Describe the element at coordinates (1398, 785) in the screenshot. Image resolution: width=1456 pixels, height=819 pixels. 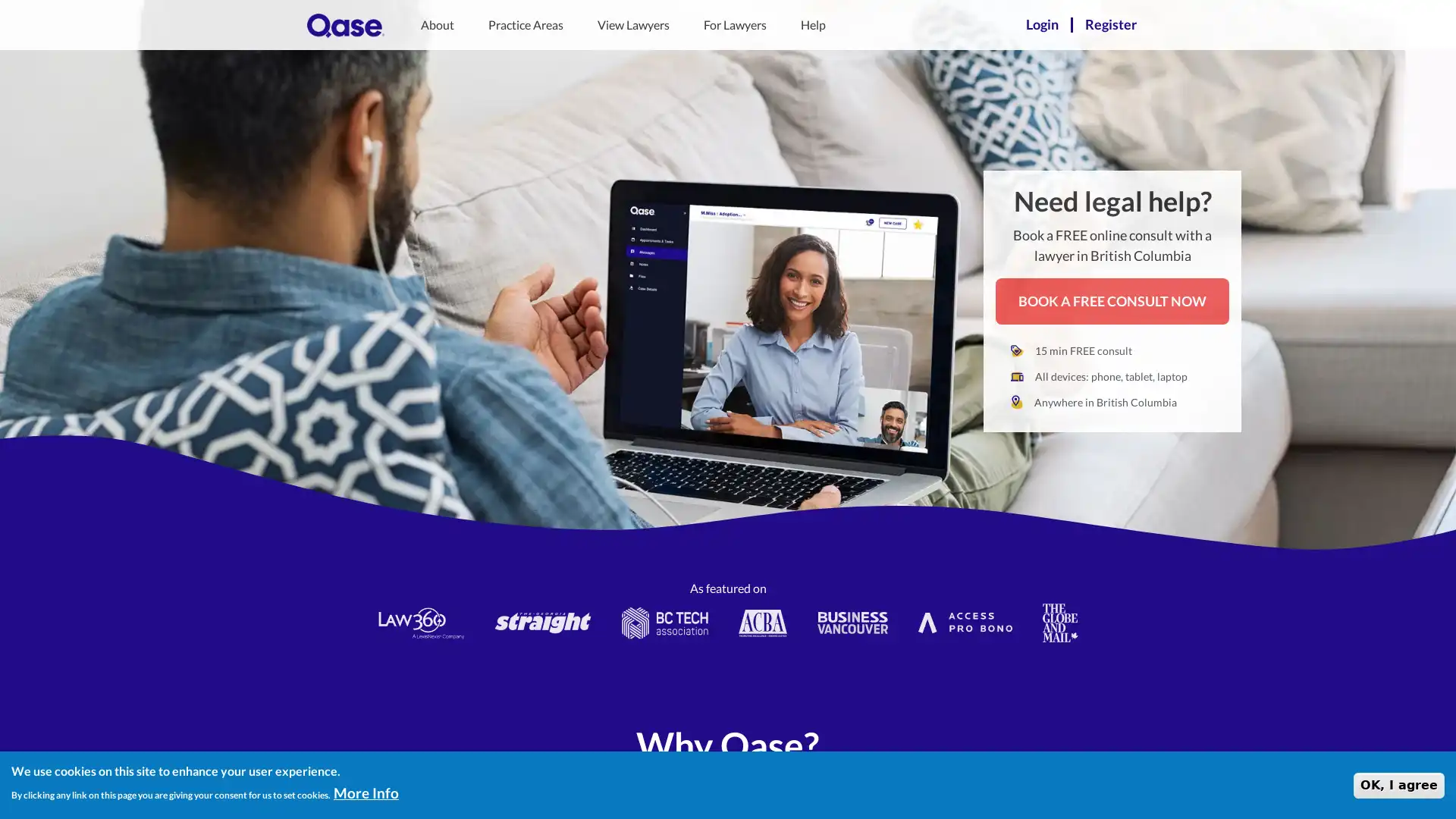
I see `OK, I agree` at that location.